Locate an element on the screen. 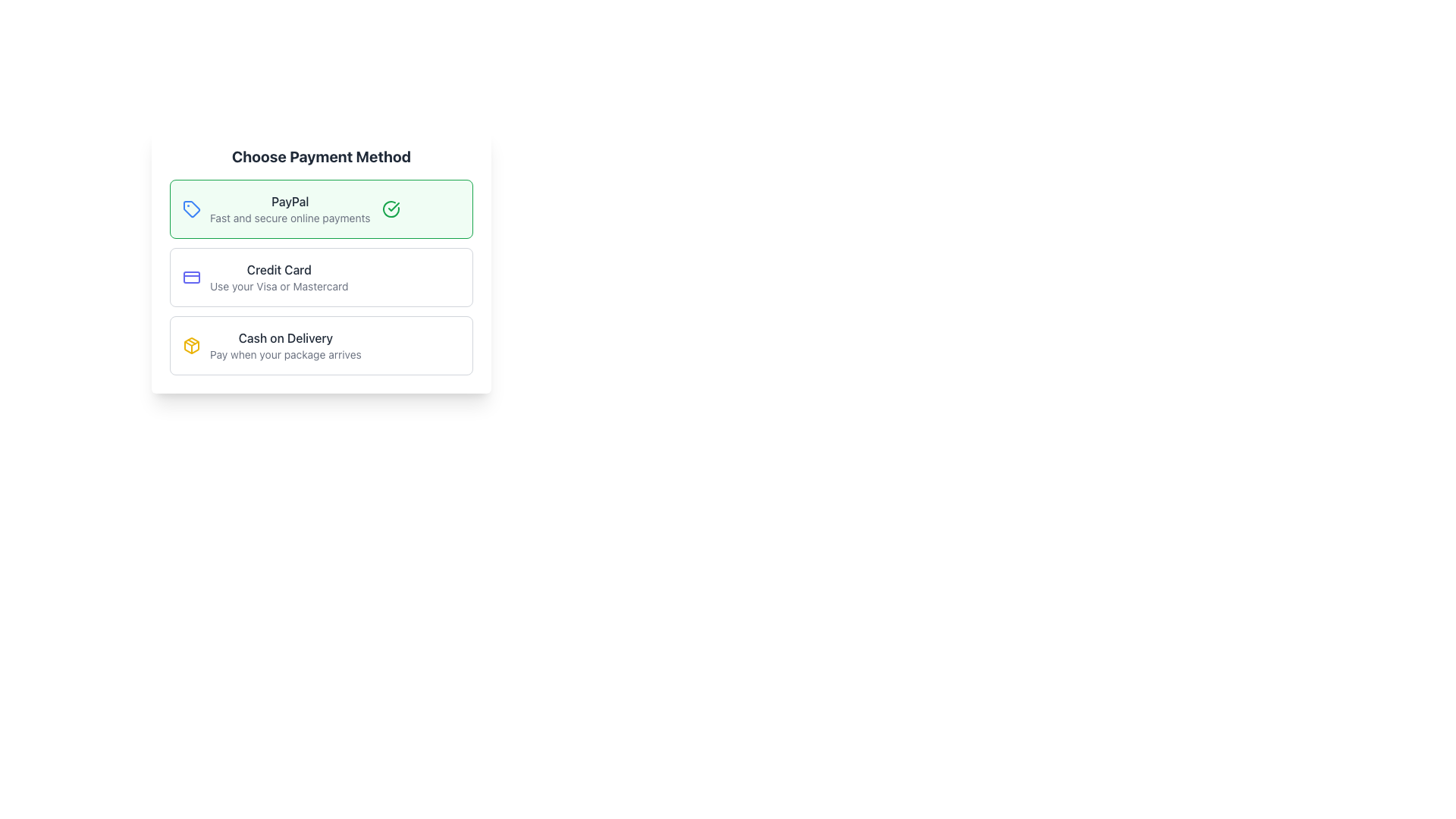  the triangular decorative graphic component representing the 'Cash on Delivery' payment method icon, which is centrally located within the payment method selection area is located at coordinates (191, 344).